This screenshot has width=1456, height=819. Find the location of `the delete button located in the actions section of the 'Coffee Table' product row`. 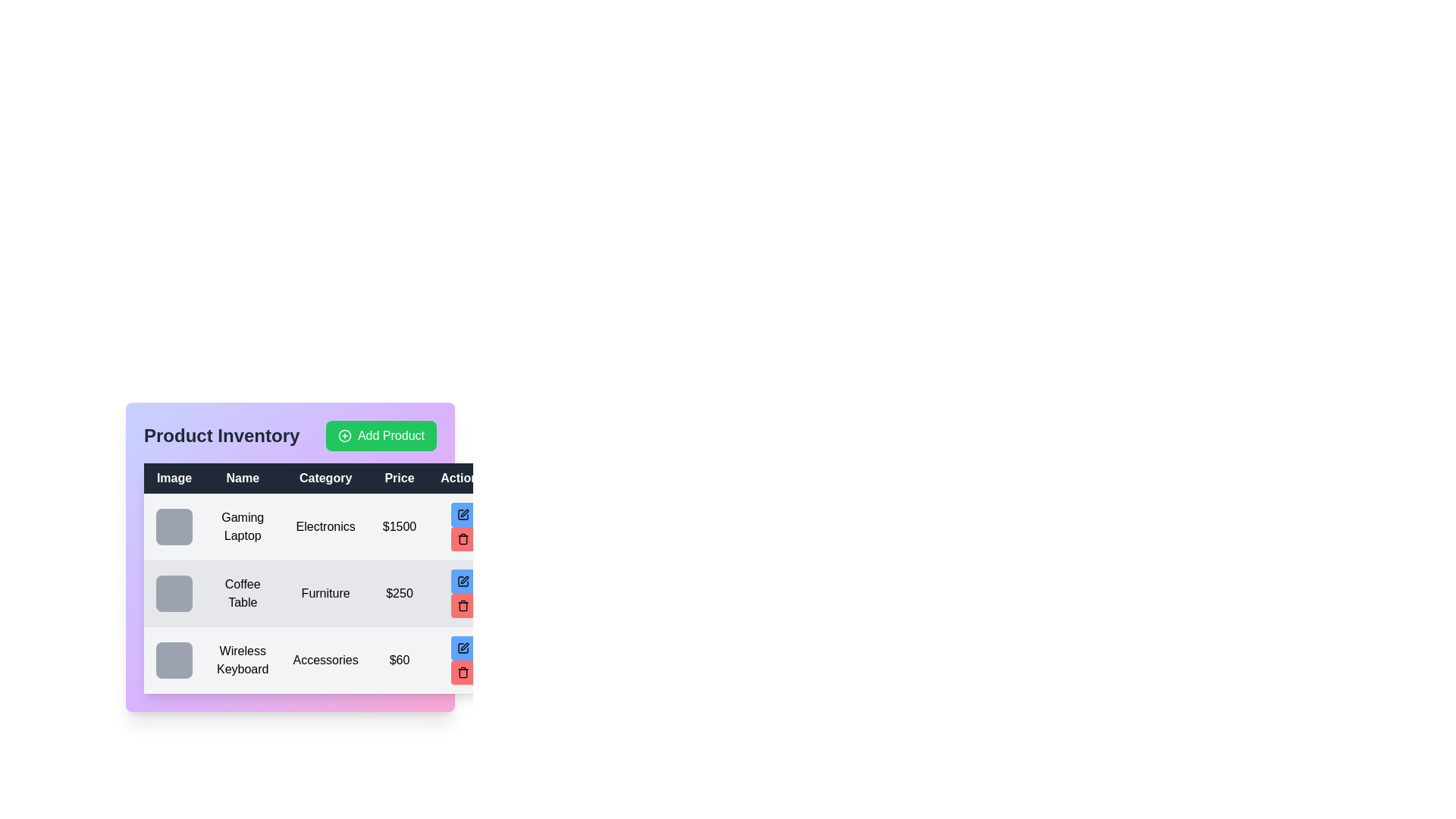

the delete button located in the actions section of the 'Coffee Table' product row is located at coordinates (462, 593).